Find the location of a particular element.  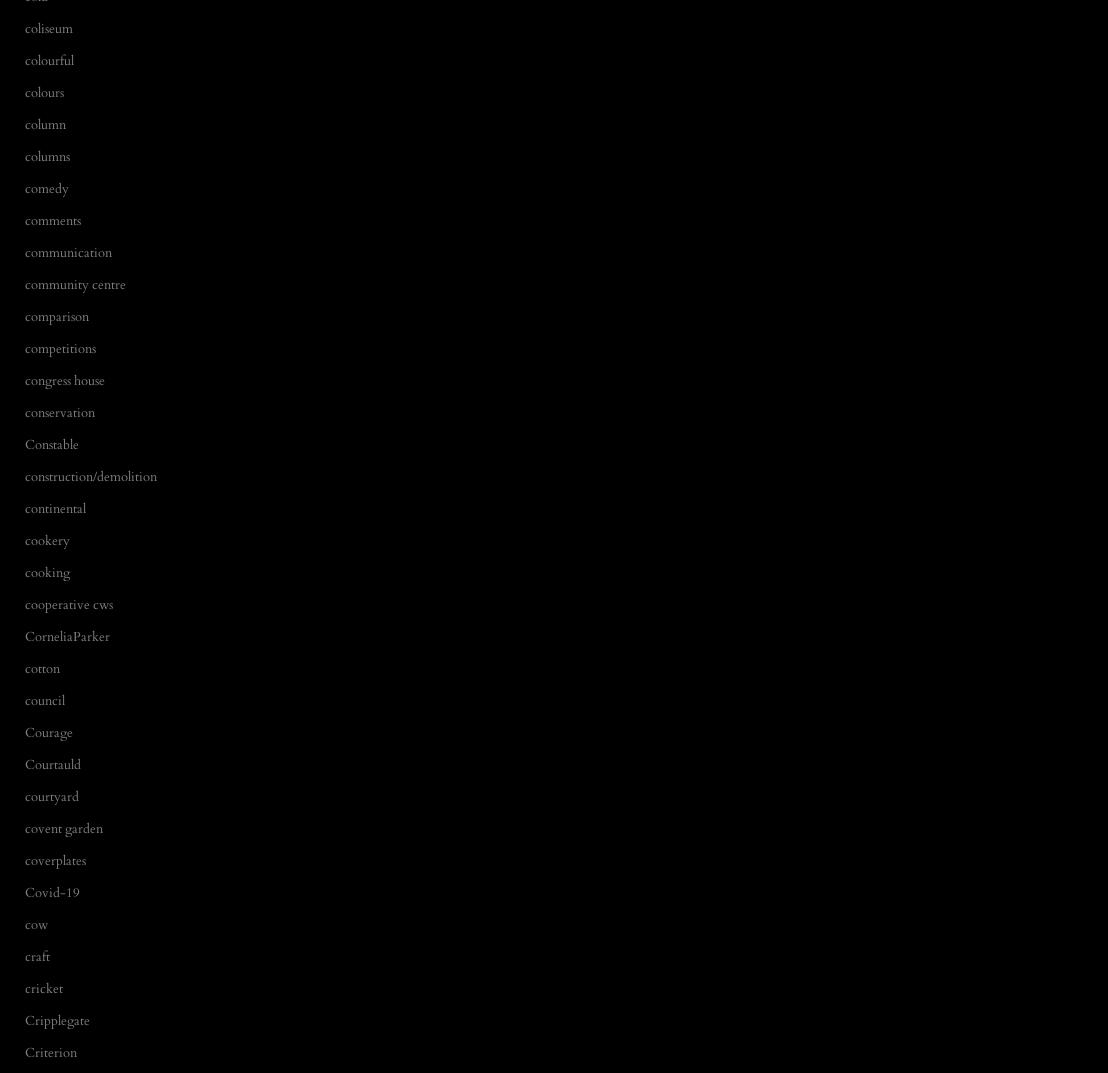

'Criterion' is located at coordinates (49, 1051).